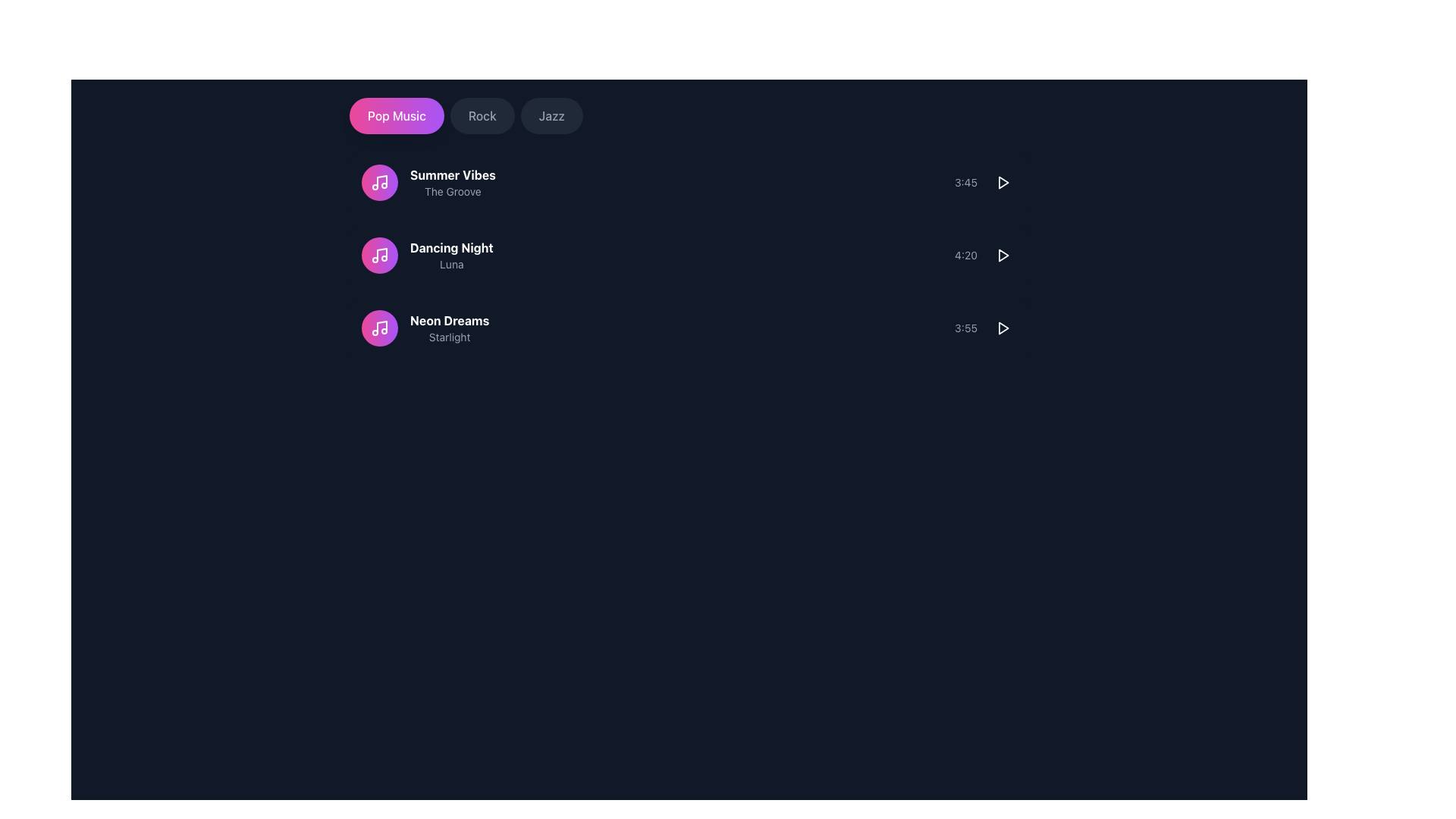 The width and height of the screenshot is (1456, 819). What do you see at coordinates (1003, 181) in the screenshot?
I see `the 'play' button icon located at the far right of the row containing the song 'Summer Vibes'` at bounding box center [1003, 181].